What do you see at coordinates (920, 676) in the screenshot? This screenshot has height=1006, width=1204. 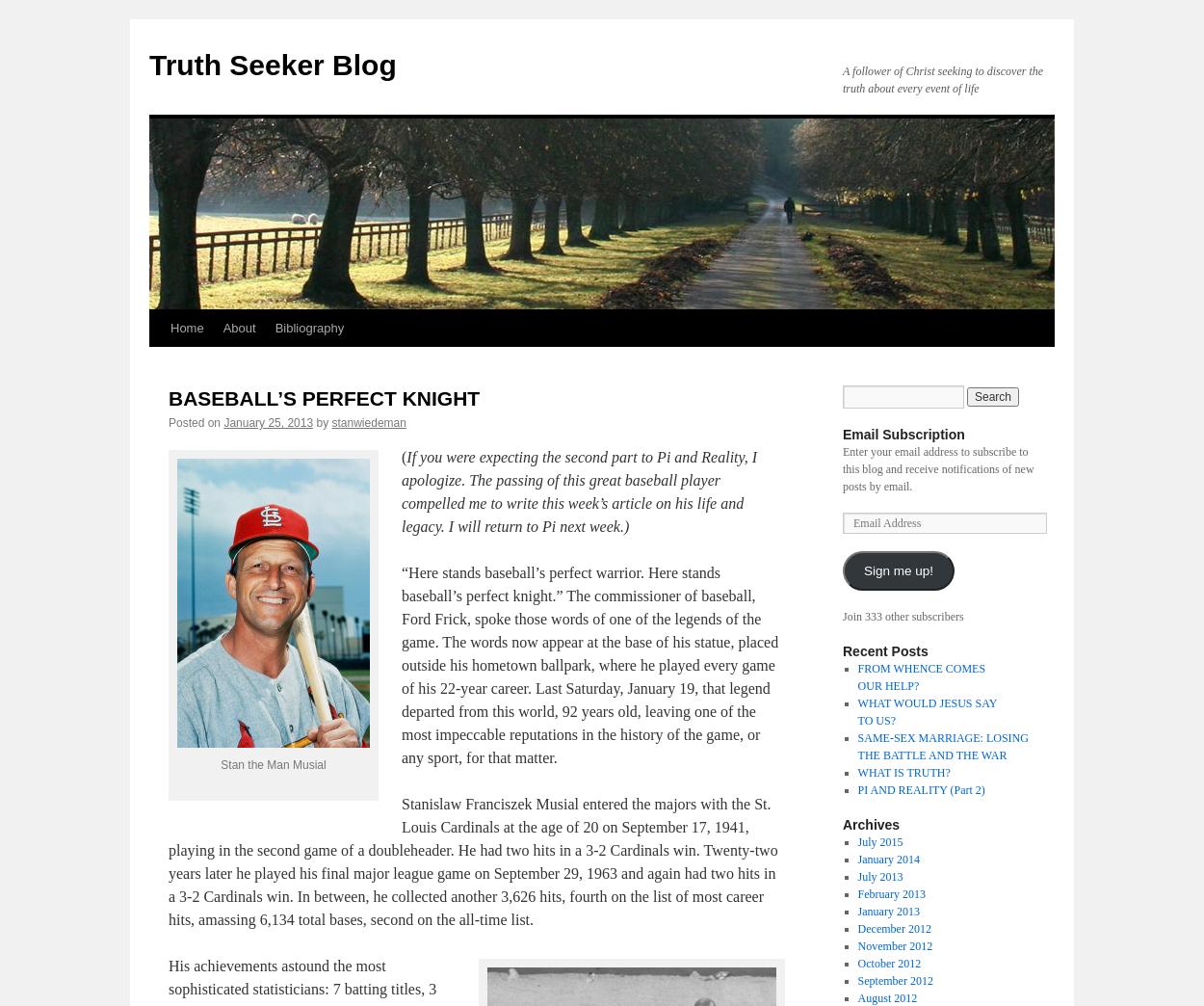 I see `'FROM WHENCE COMES OUR HELP?'` at bounding box center [920, 676].